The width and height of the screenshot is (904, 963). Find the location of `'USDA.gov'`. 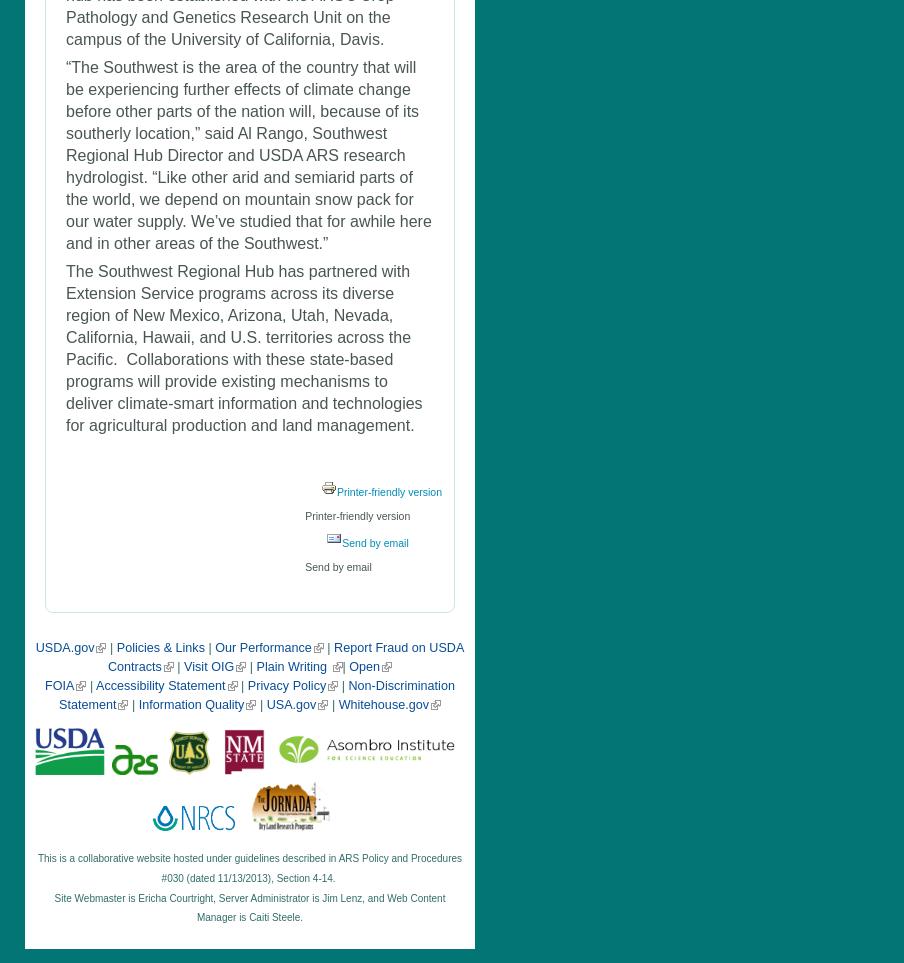

'USDA.gov' is located at coordinates (33, 647).